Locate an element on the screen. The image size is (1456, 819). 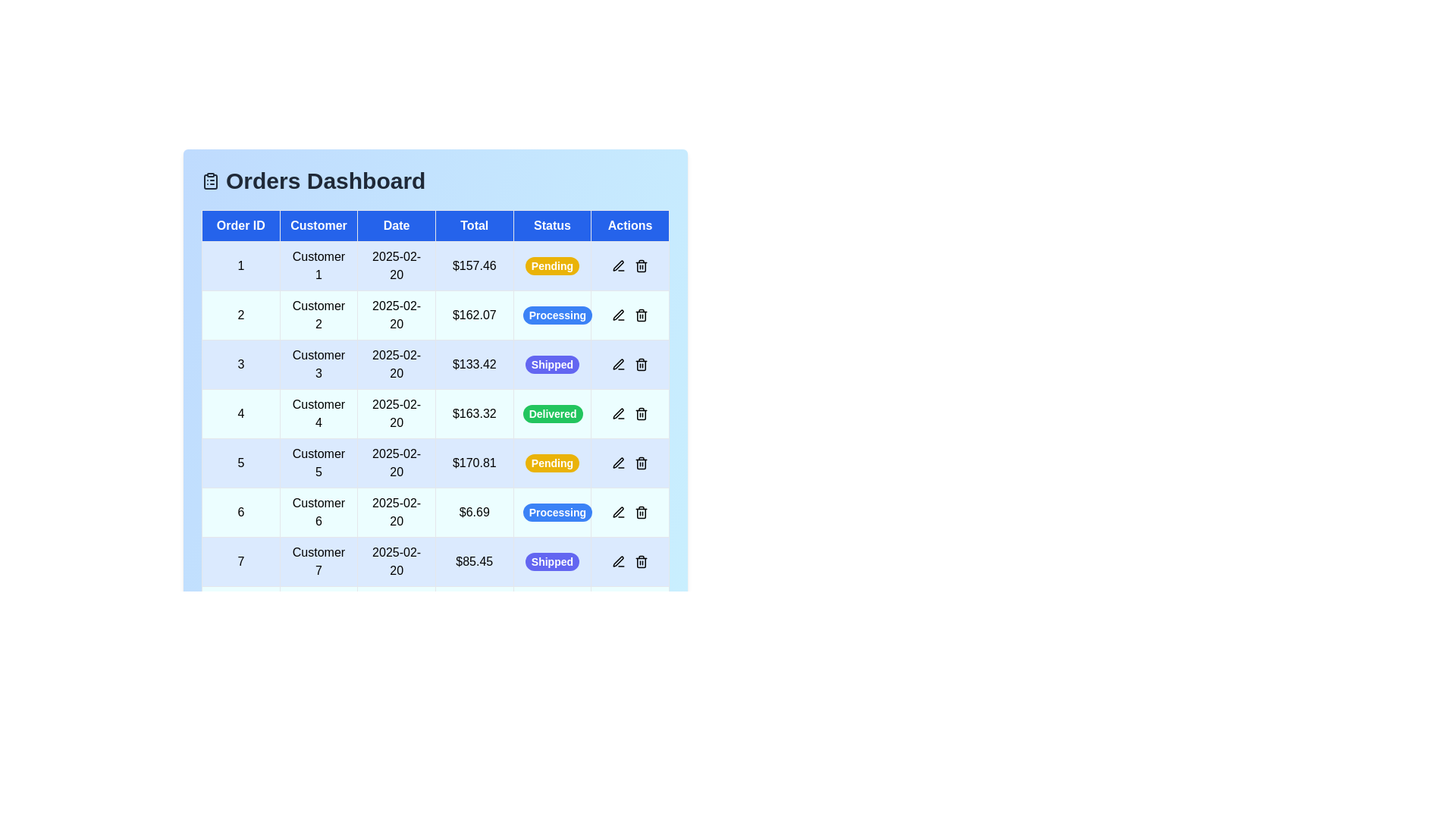
the edit icon in the 'Actions' column for the order with ID 5 is located at coordinates (619, 462).